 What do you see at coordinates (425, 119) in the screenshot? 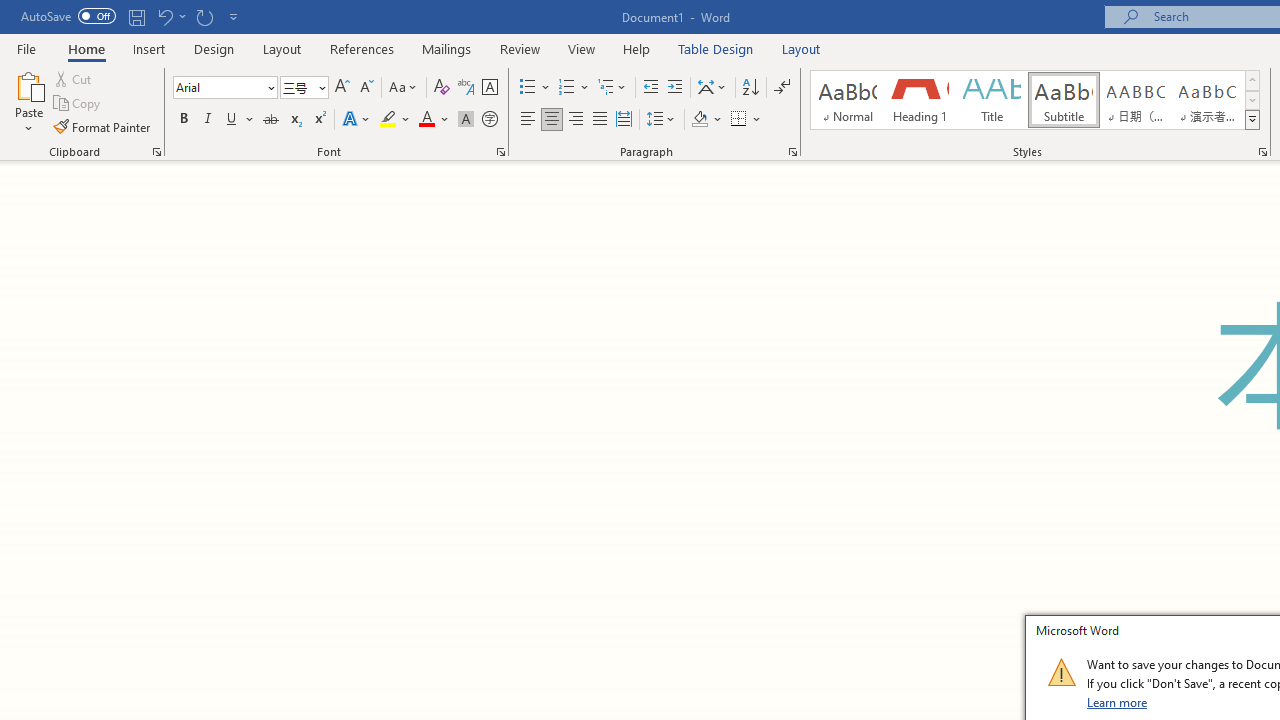
I see `'Font Color Red'` at bounding box center [425, 119].